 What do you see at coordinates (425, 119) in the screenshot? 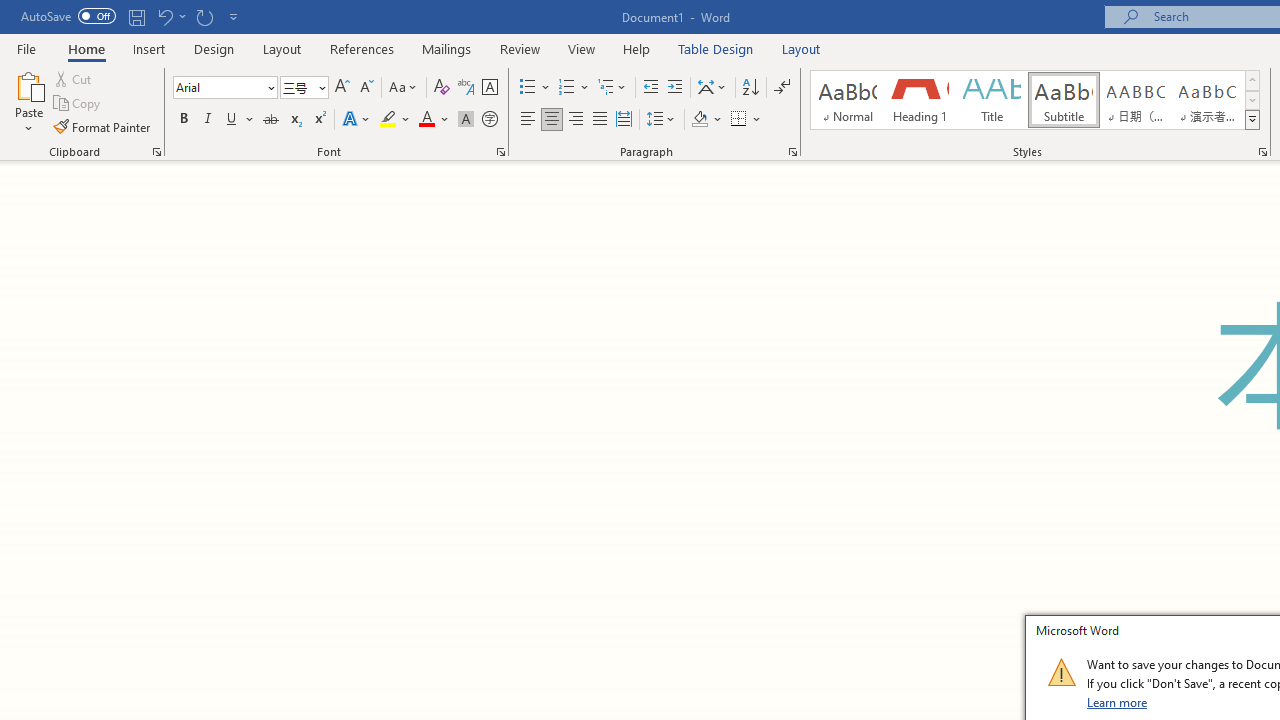
I see `'Font Color Red'` at bounding box center [425, 119].